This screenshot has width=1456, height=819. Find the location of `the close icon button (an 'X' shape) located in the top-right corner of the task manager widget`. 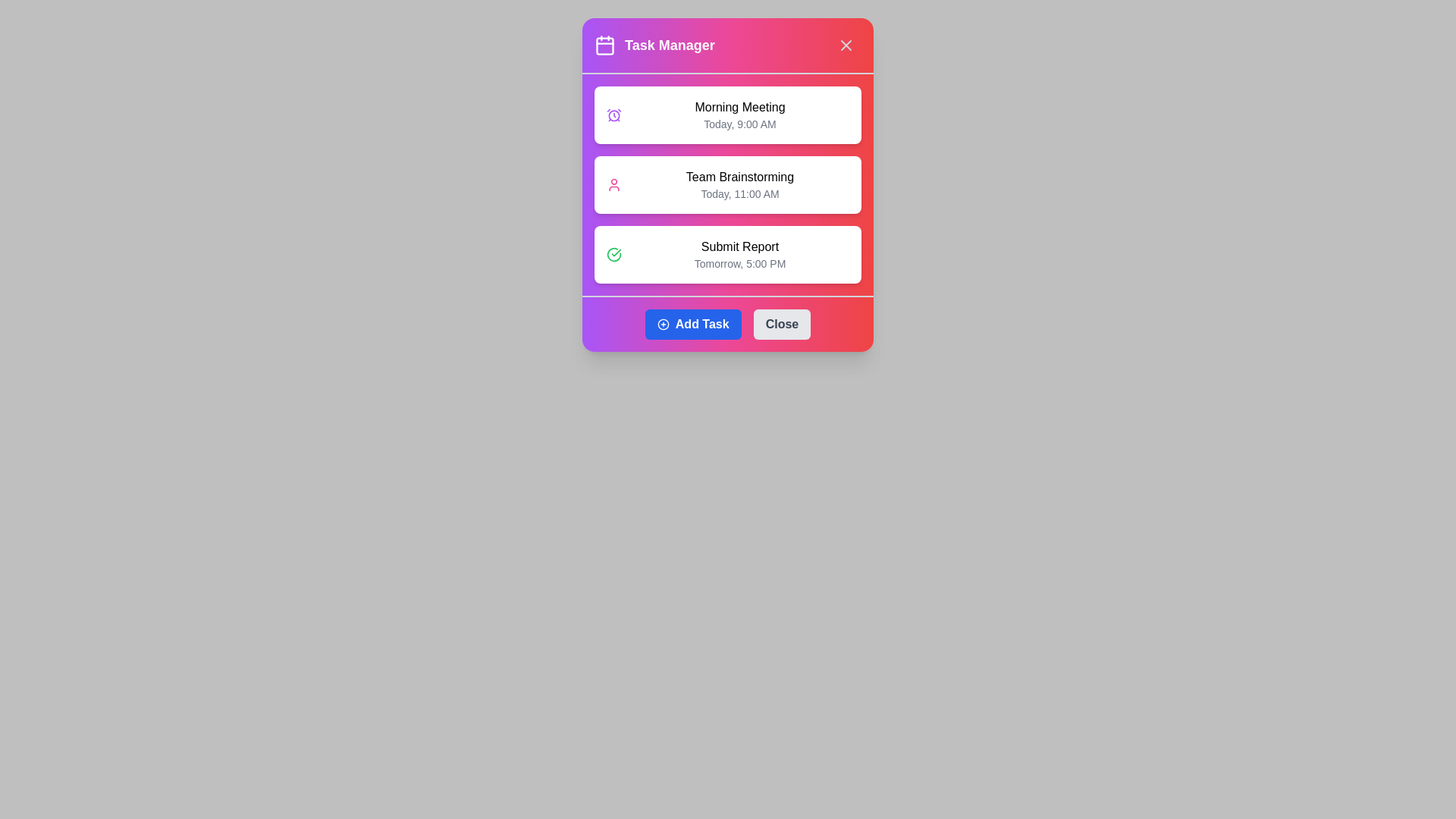

the close icon button (an 'X' shape) located in the top-right corner of the task manager widget is located at coordinates (846, 45).